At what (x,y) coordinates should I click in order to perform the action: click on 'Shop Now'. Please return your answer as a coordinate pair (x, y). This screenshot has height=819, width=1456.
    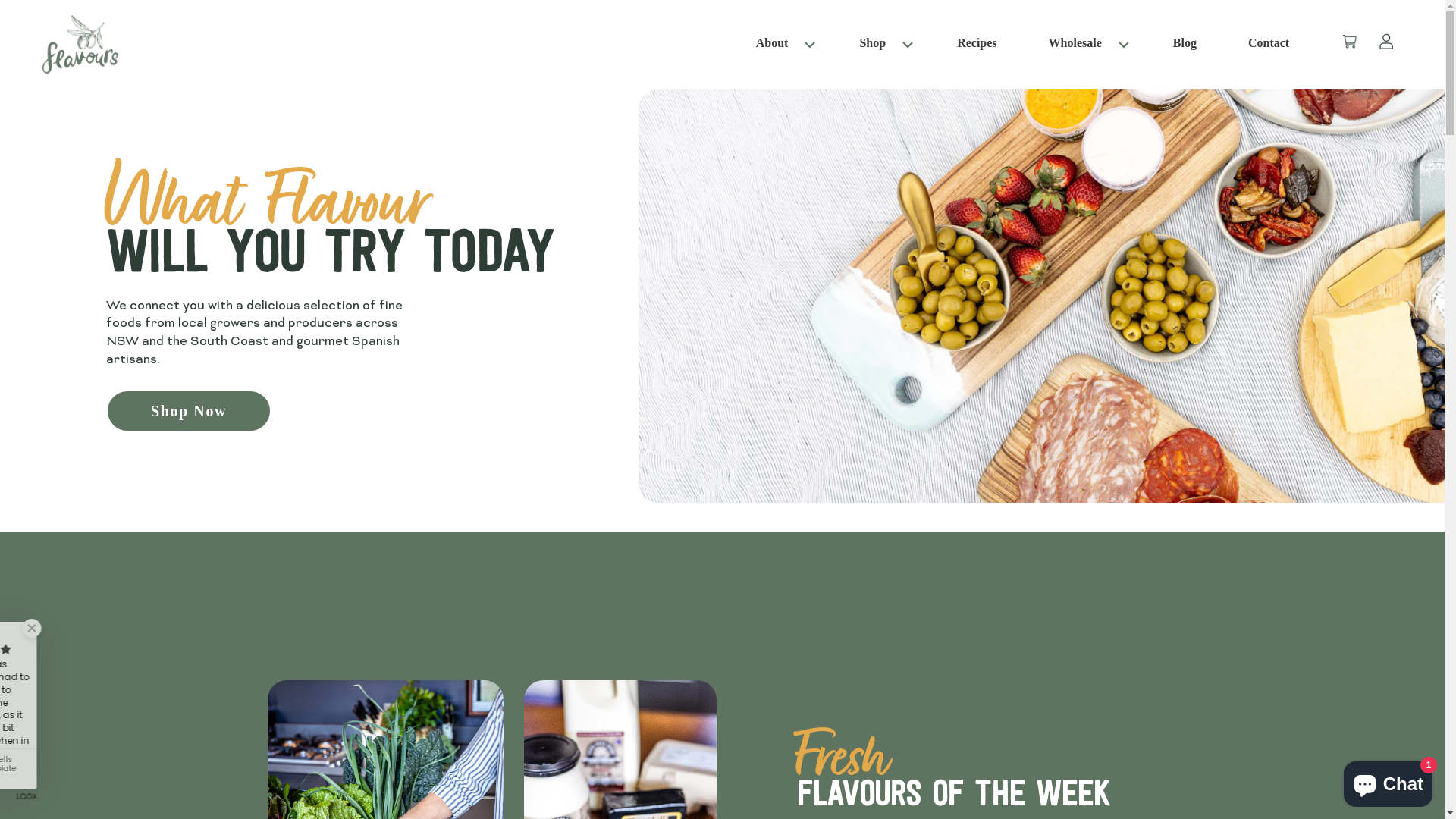
    Looking at the image, I should click on (188, 411).